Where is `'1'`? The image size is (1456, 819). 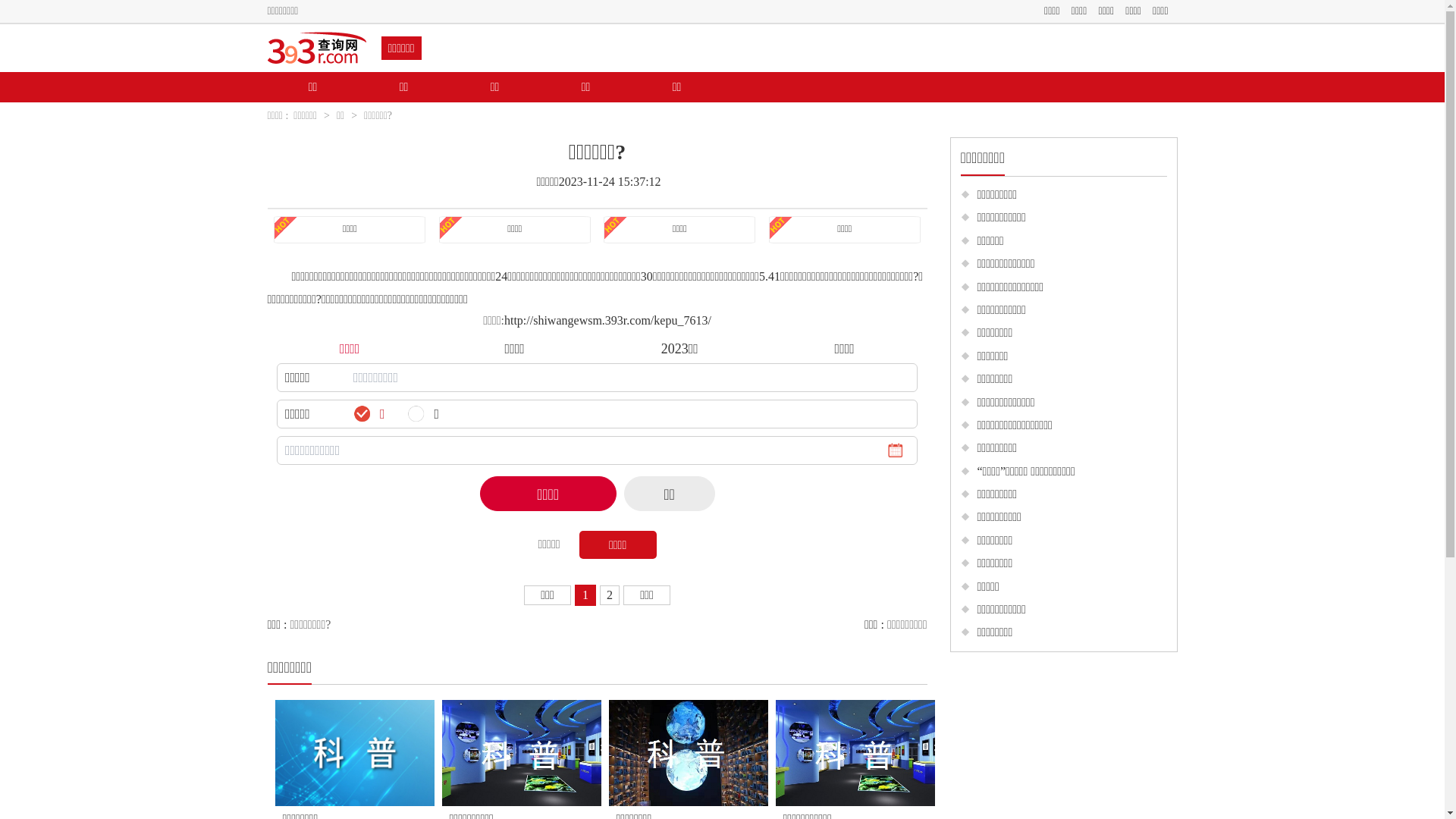 '1' is located at coordinates (585, 594).